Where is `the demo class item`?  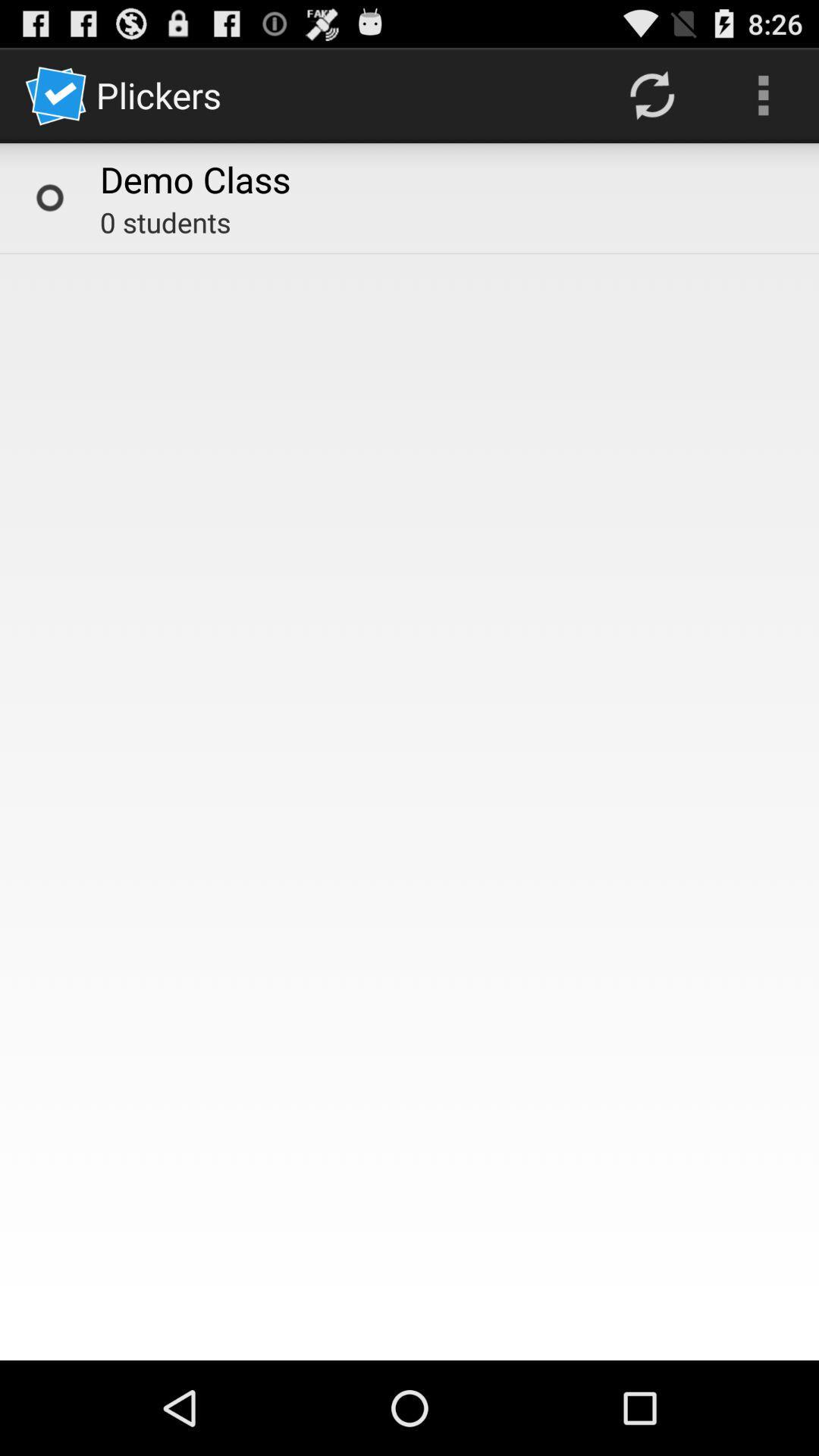 the demo class item is located at coordinates (194, 179).